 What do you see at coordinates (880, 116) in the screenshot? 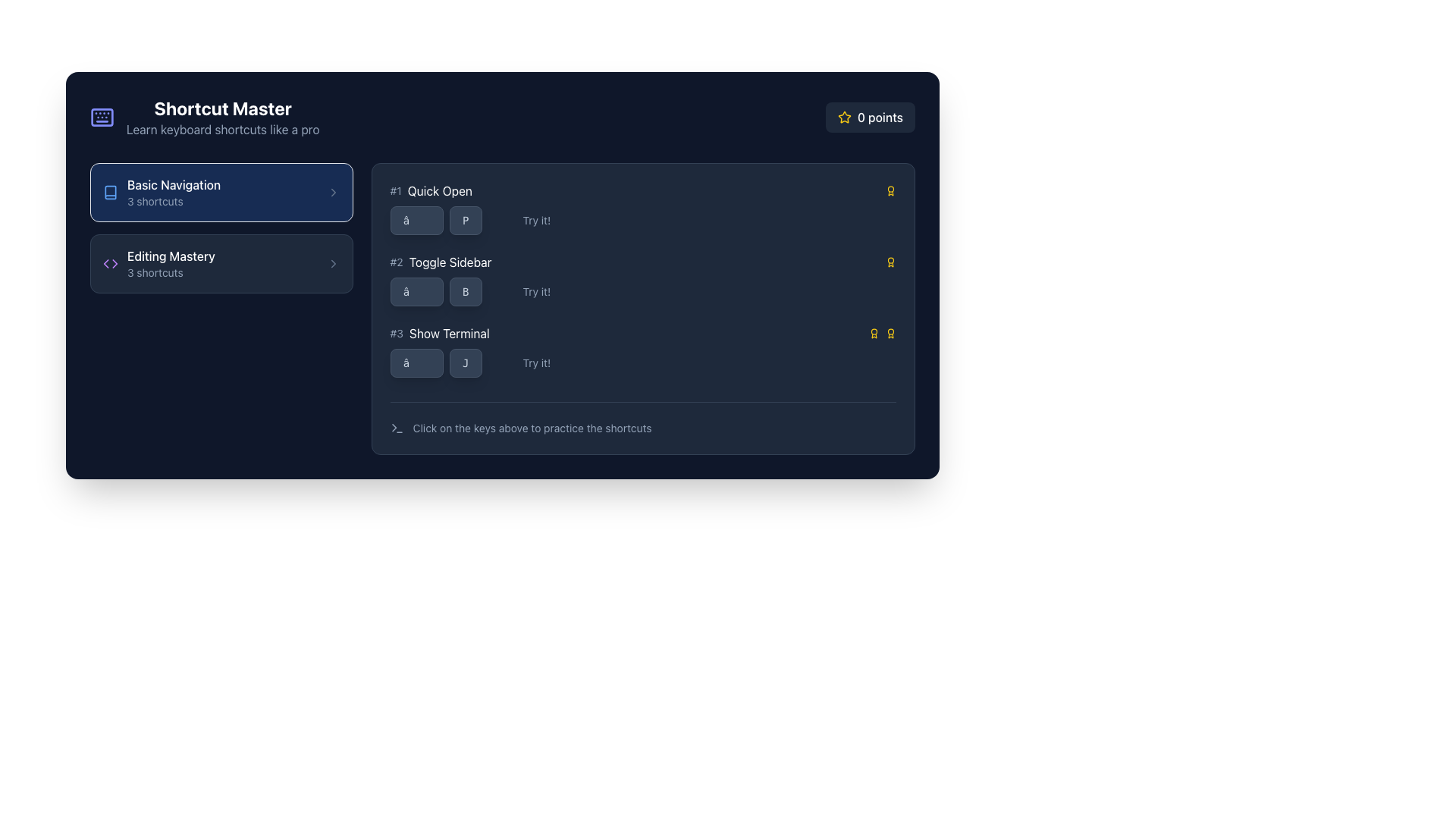
I see `the text label displaying the user's current score, located in the top-right corner of a dark-colored card-like section, to the right of a yellow star icon` at bounding box center [880, 116].